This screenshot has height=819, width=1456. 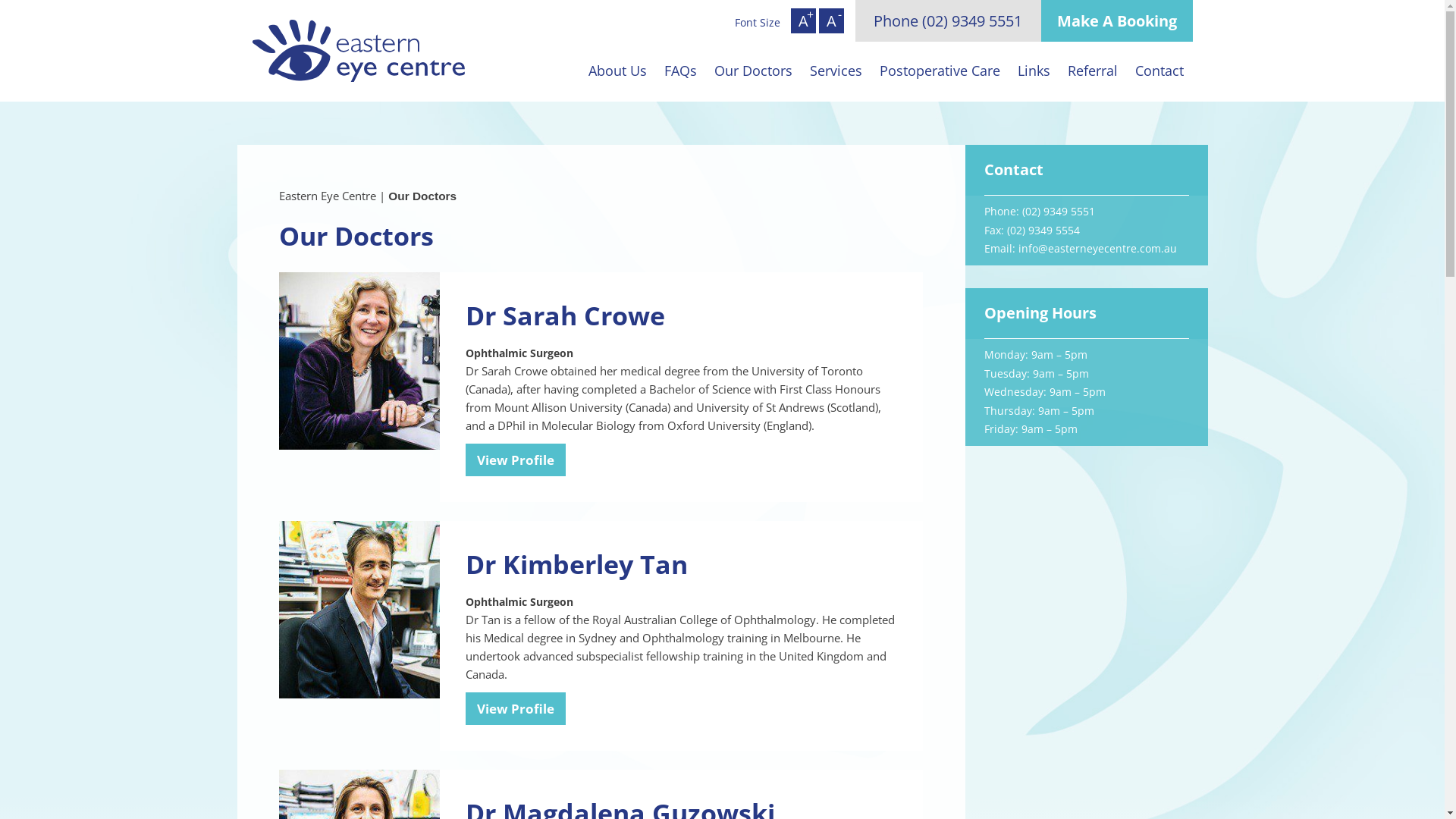 I want to click on 'Referral', so click(x=1092, y=70).